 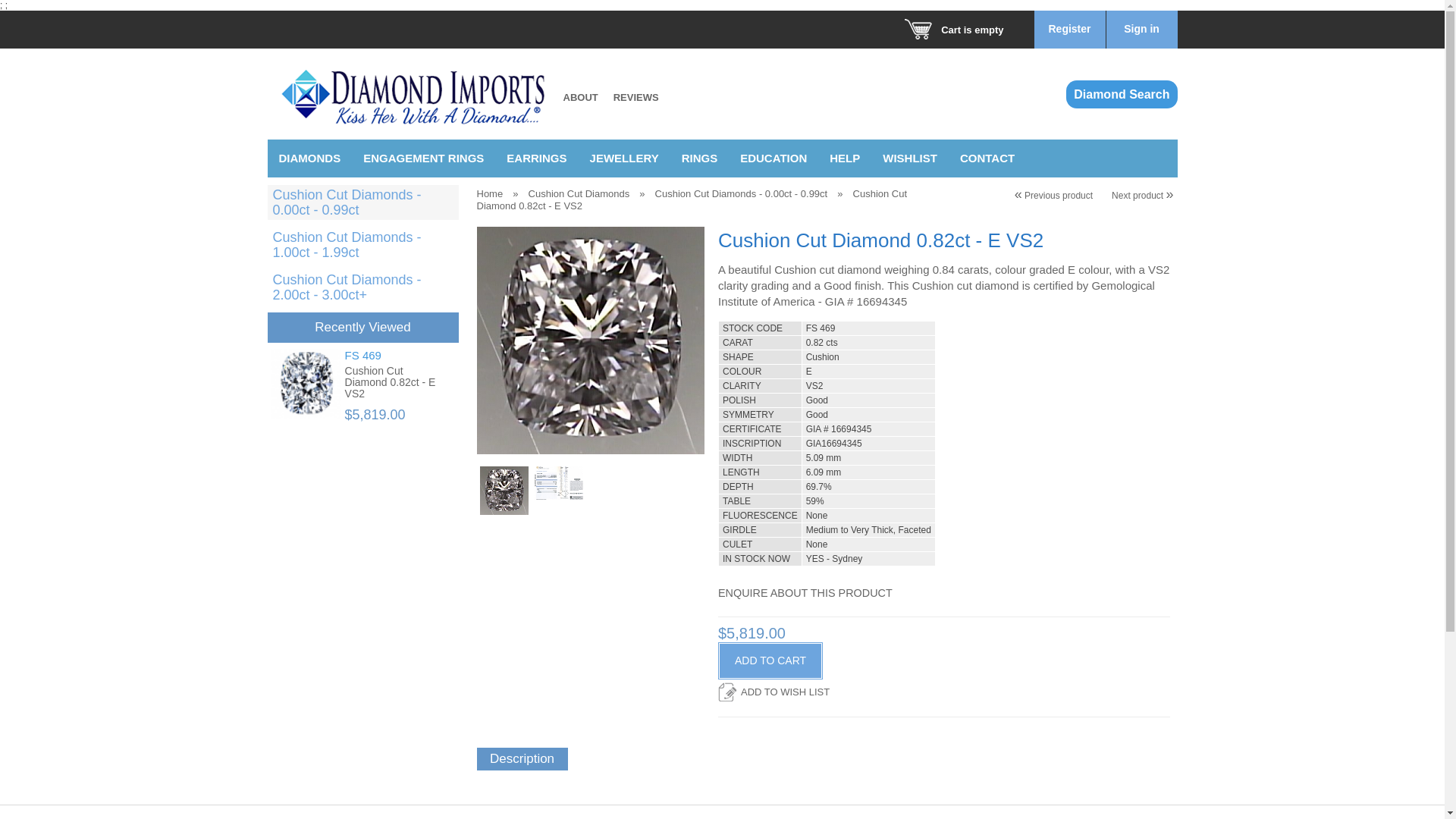 I want to click on 'EDUCATION', so click(x=773, y=158).